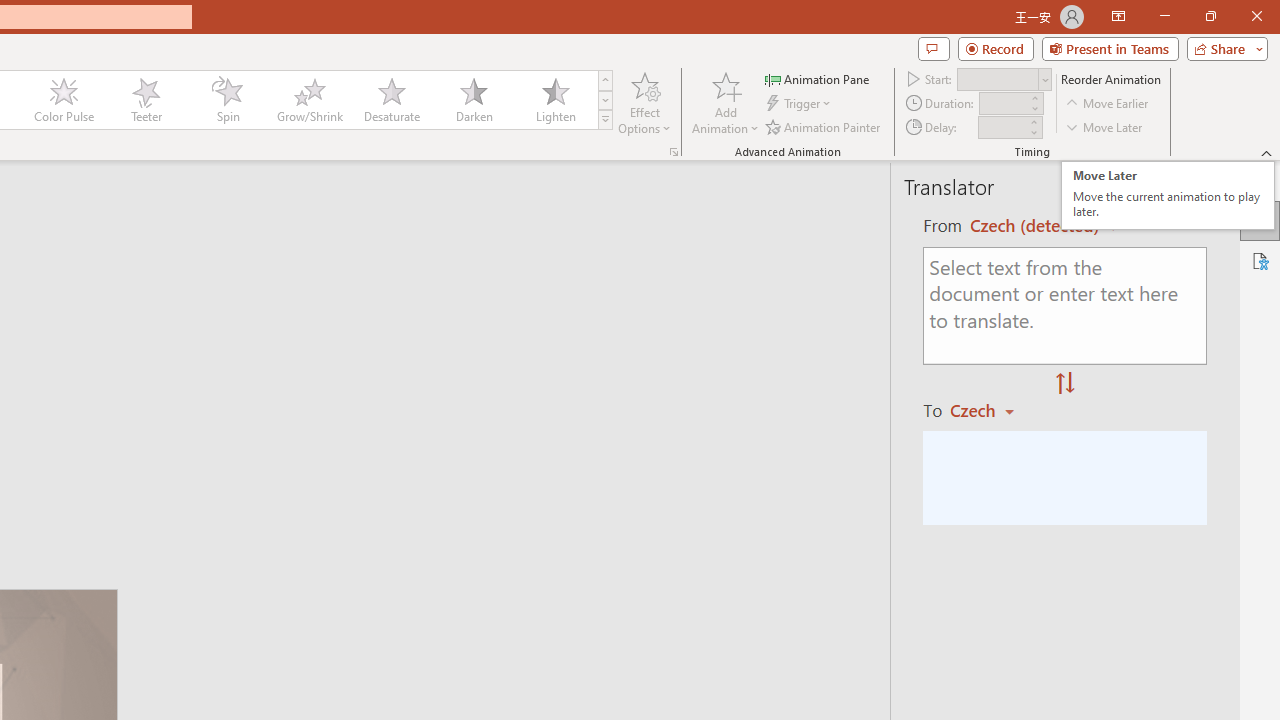 This screenshot has height=720, width=1280. I want to click on 'Swap "from" and "to" languages.', so click(1064, 384).